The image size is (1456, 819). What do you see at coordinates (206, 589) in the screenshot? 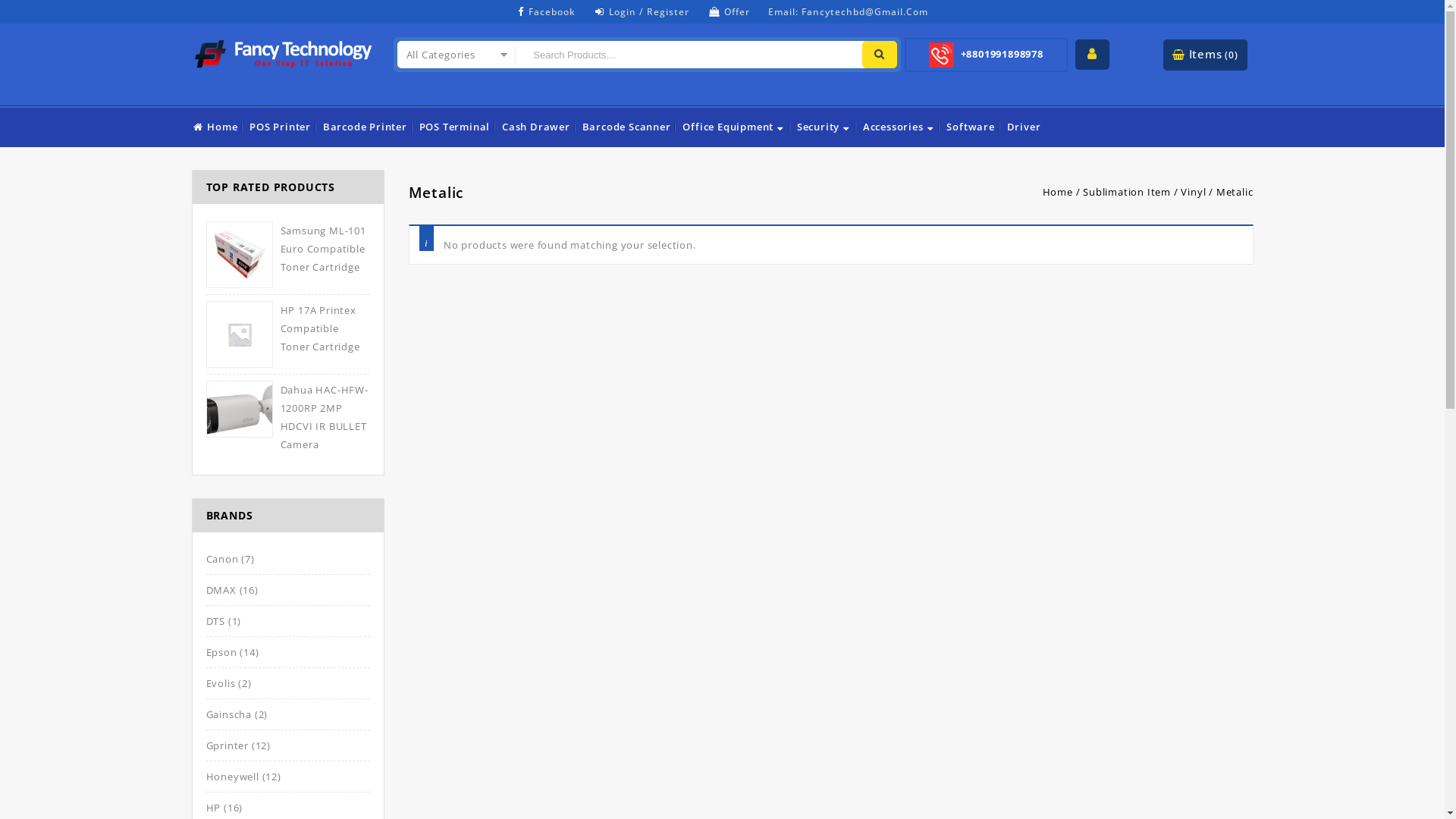
I see `'DMAX'` at bounding box center [206, 589].